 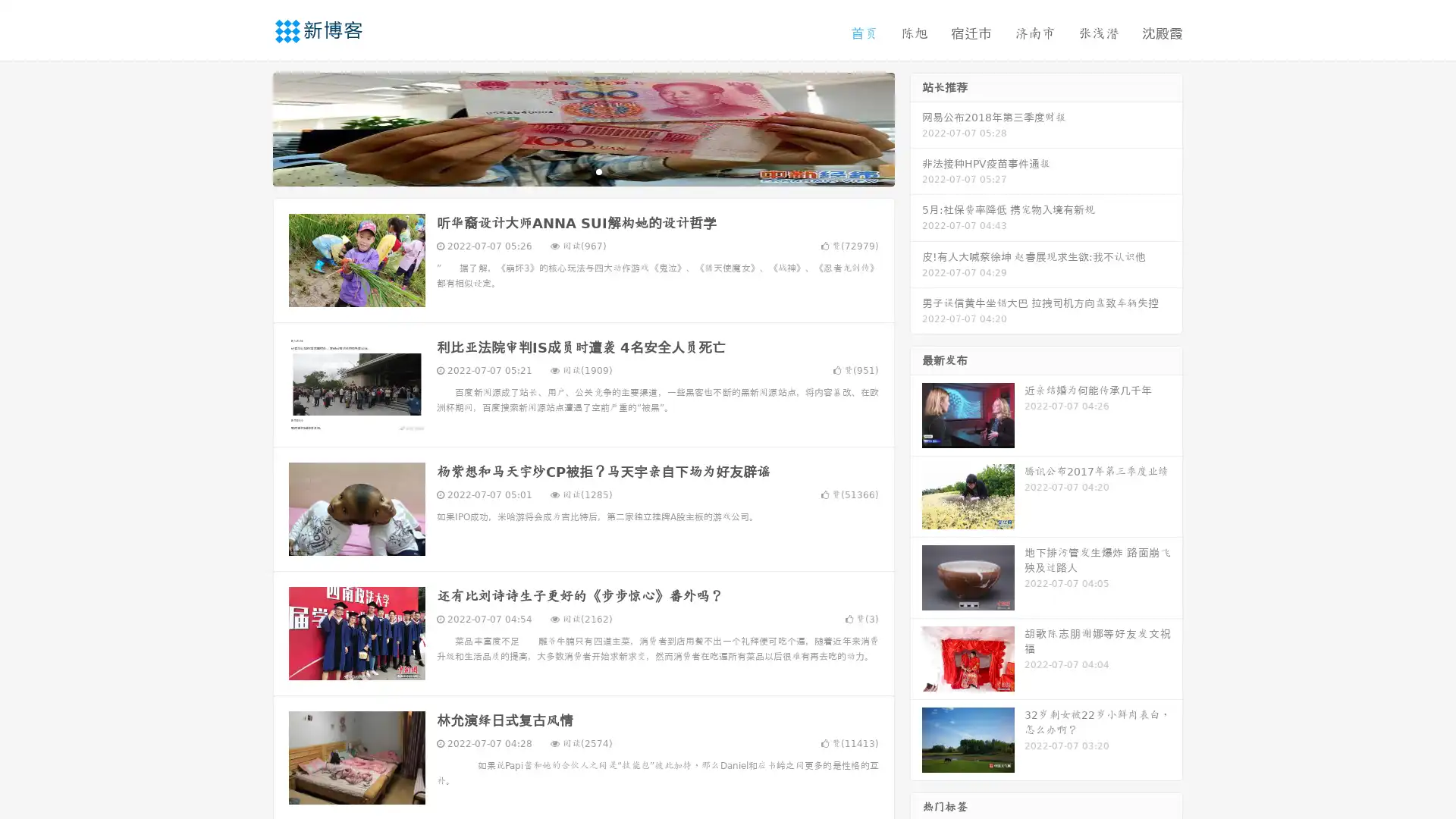 I want to click on Go to slide 1, so click(x=567, y=171).